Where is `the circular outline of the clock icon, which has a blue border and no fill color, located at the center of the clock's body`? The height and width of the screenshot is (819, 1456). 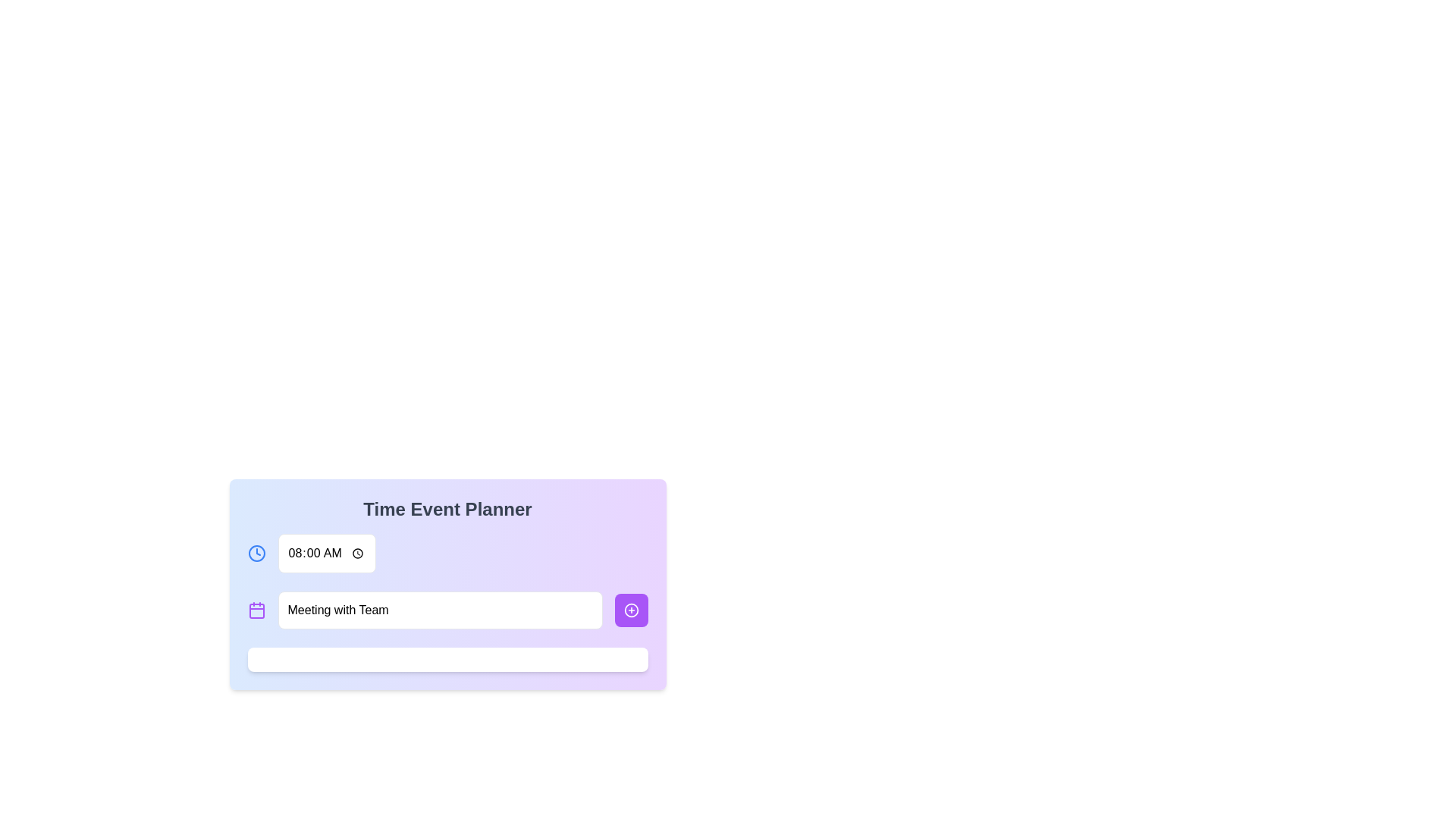 the circular outline of the clock icon, which has a blue border and no fill color, located at the center of the clock's body is located at coordinates (256, 553).